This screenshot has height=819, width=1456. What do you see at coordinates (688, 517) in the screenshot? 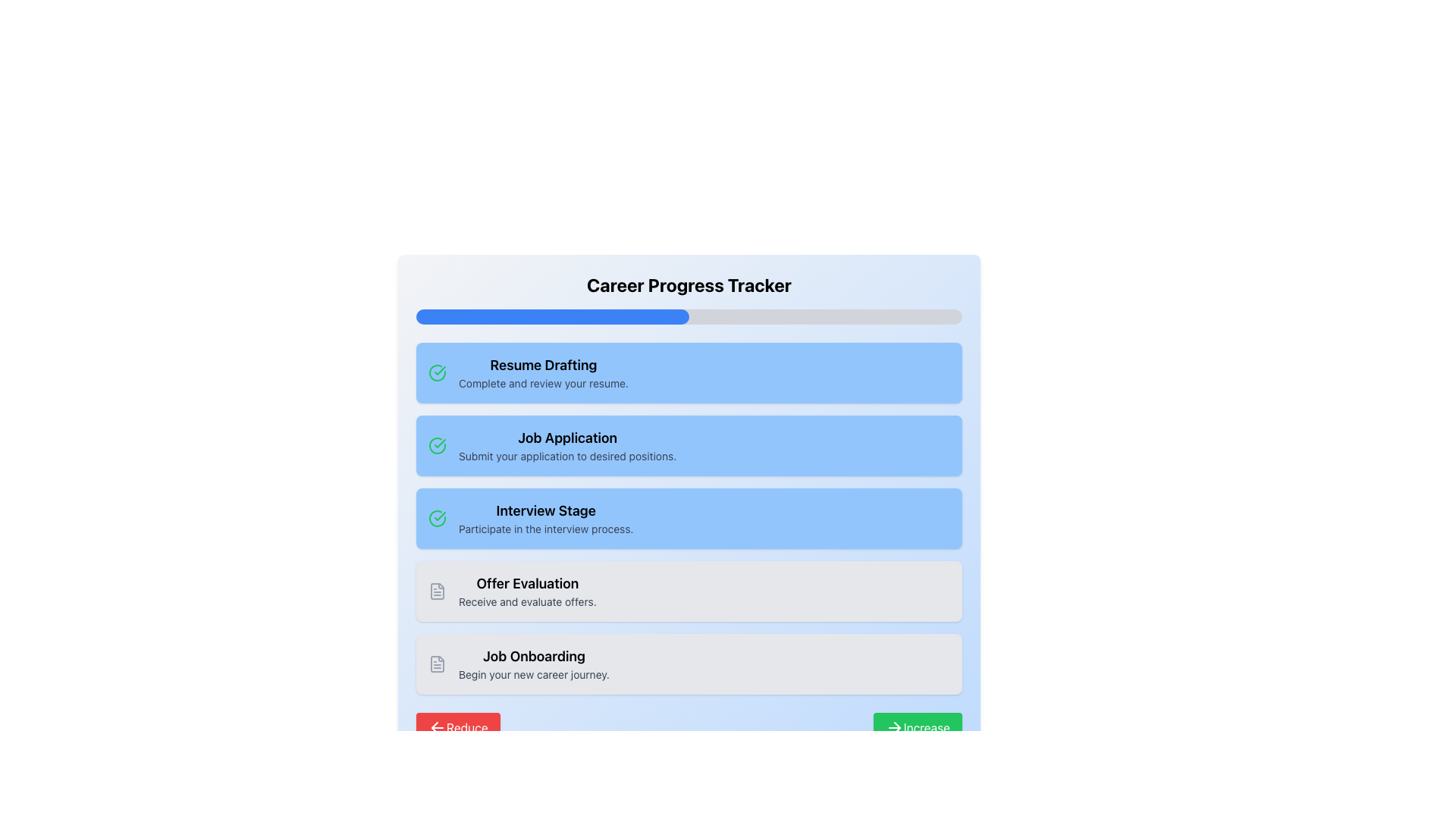
I see `the 'Interview Stage' descriptive card, which is the third item in the vertically stacked list of career progression stages, positioned between 'Job Application' and 'Offer Evaluation'` at bounding box center [688, 517].